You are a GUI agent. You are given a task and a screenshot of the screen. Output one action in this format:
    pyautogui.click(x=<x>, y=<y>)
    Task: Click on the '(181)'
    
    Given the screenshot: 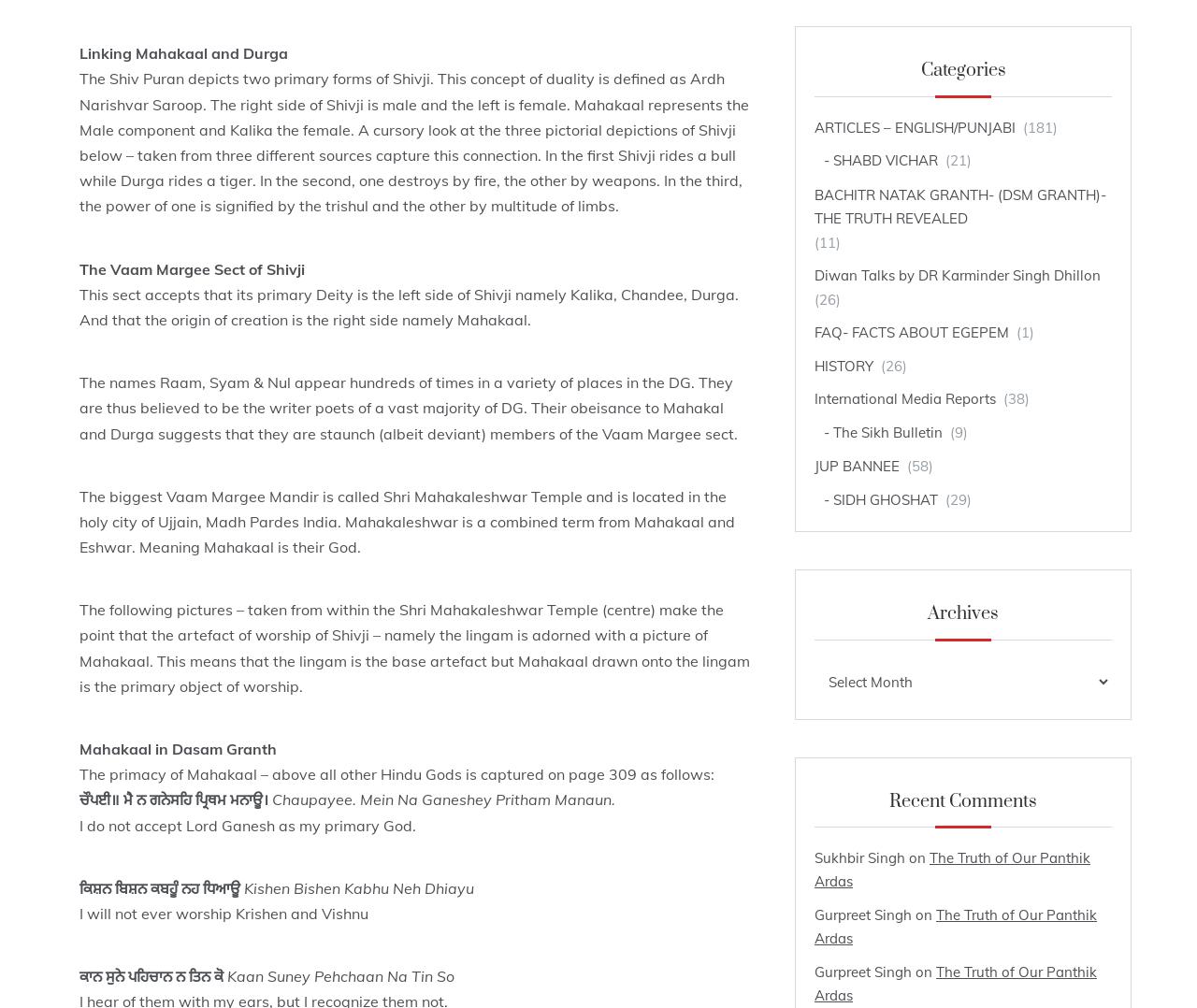 What is the action you would take?
    pyautogui.click(x=1037, y=126)
    